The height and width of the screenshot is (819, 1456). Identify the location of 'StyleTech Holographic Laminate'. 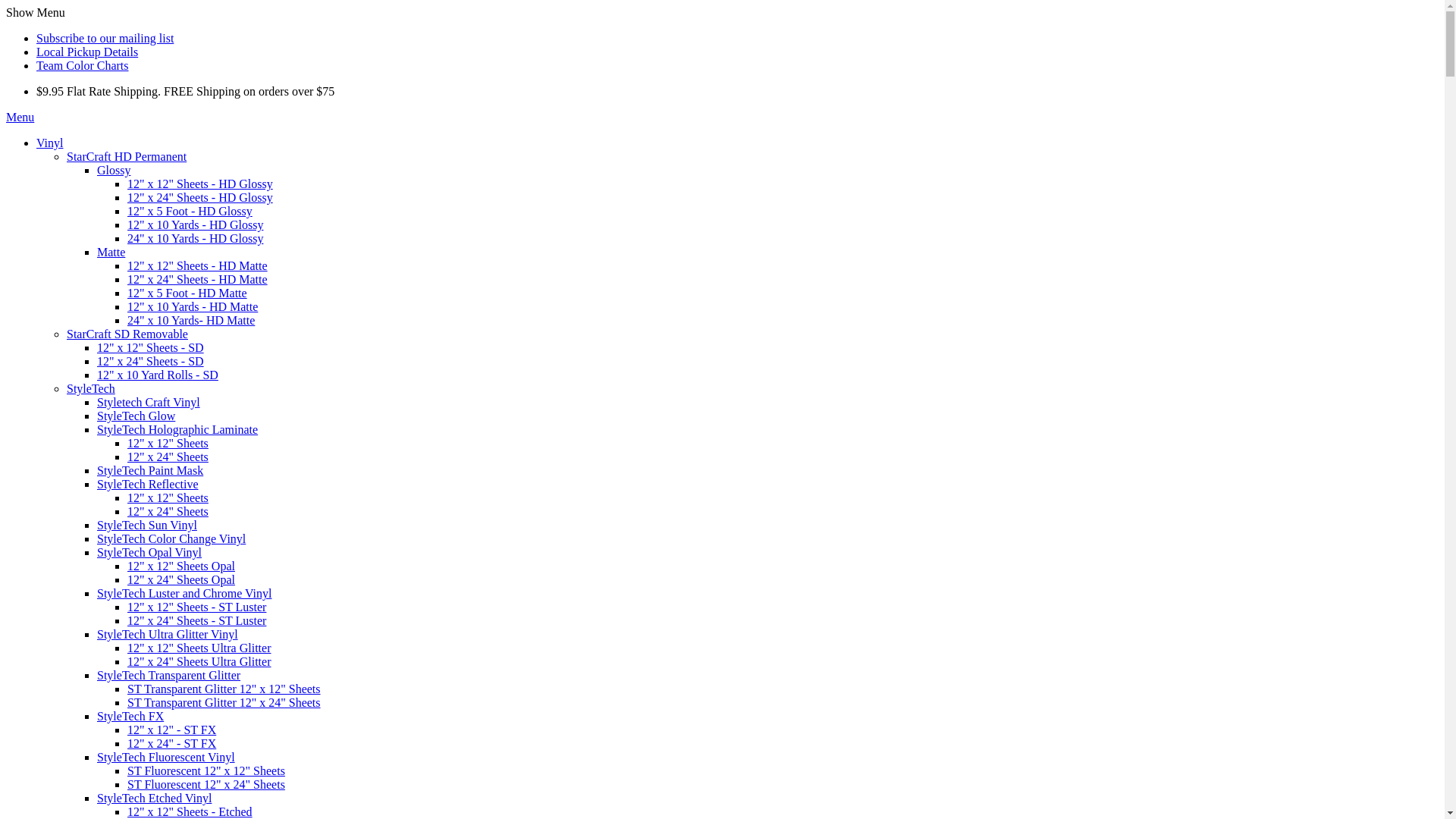
(96, 429).